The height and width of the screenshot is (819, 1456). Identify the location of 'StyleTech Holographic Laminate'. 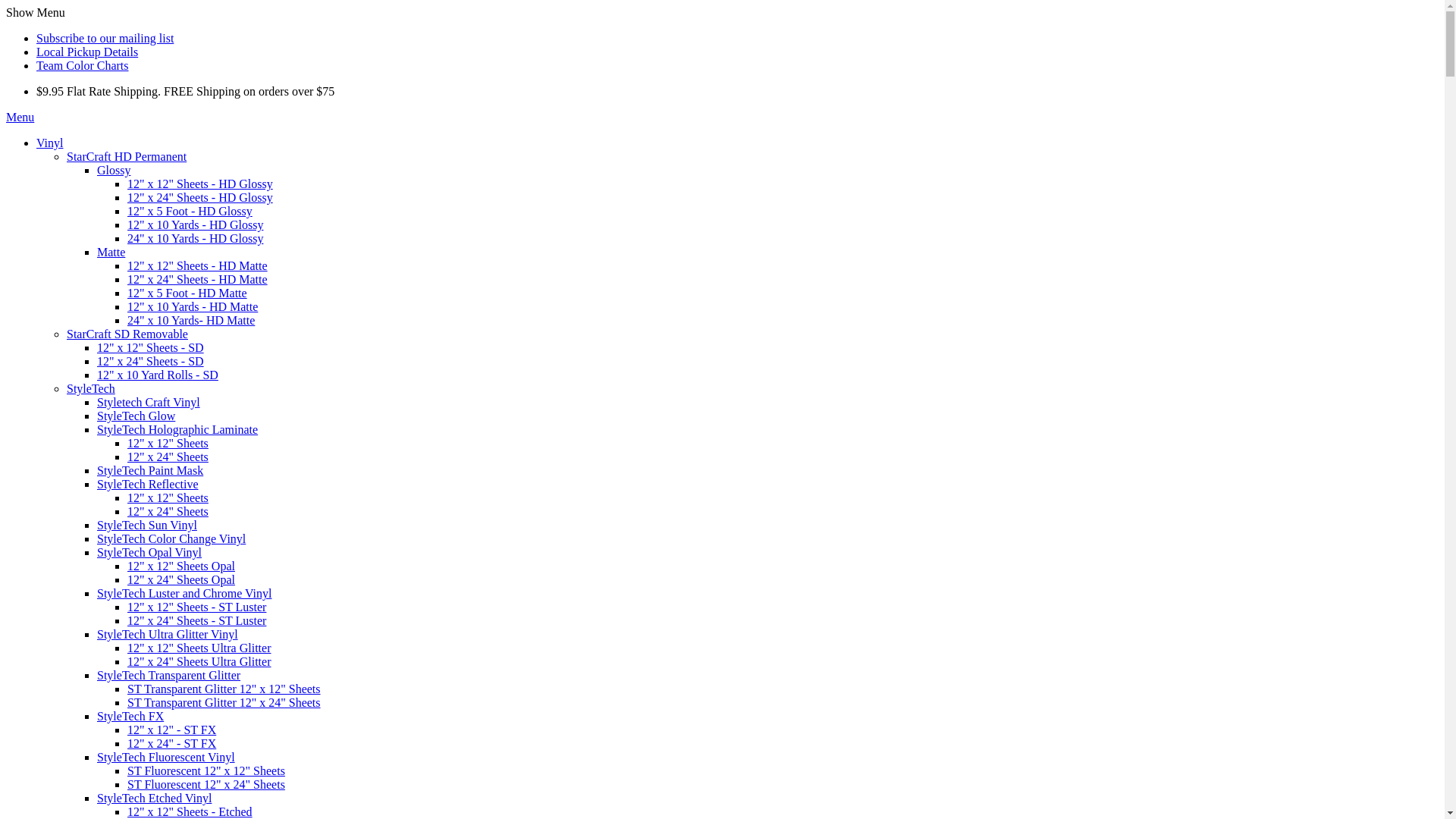
(96, 429).